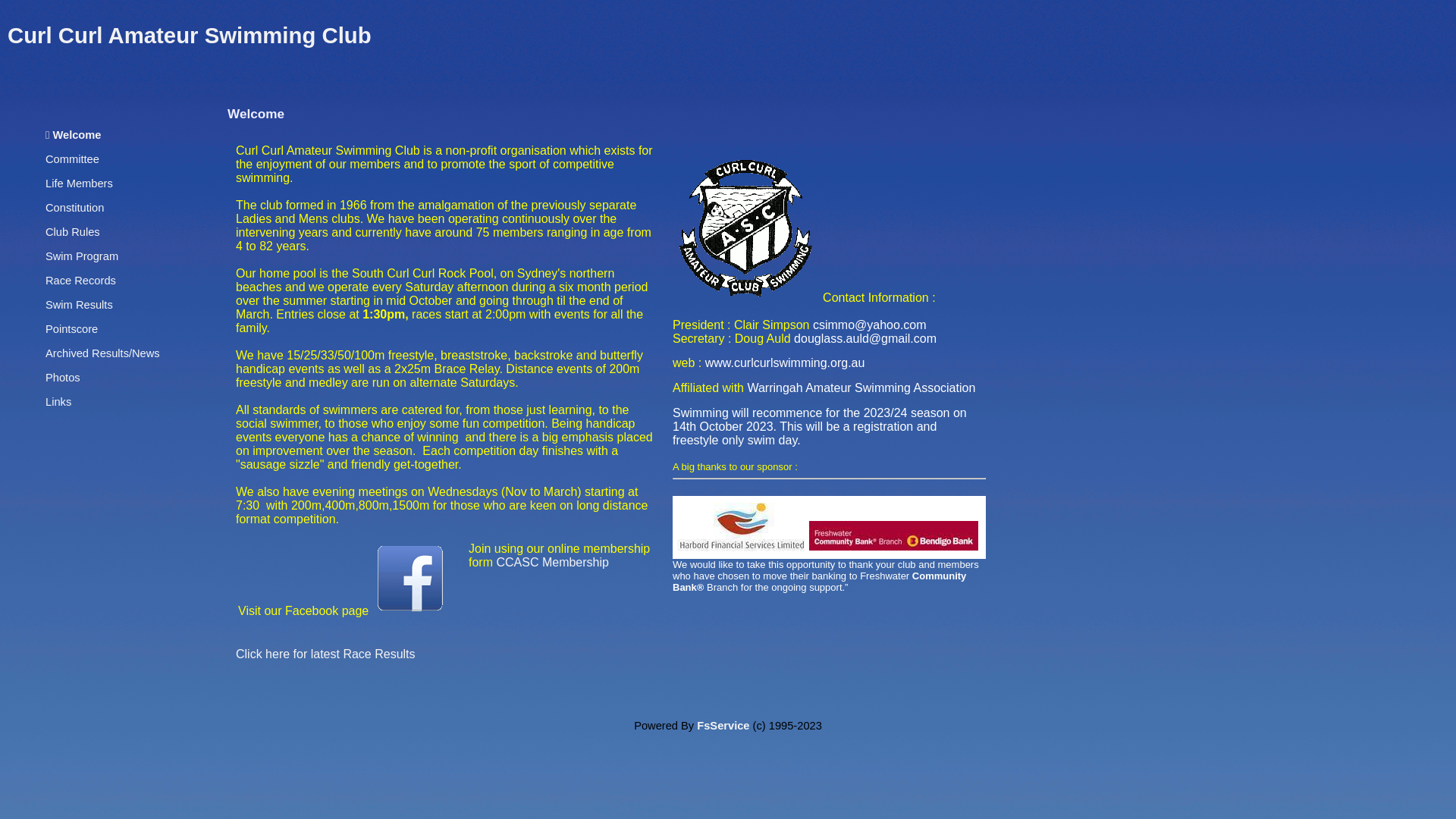  What do you see at coordinates (72, 231) in the screenshot?
I see `'Club Rules'` at bounding box center [72, 231].